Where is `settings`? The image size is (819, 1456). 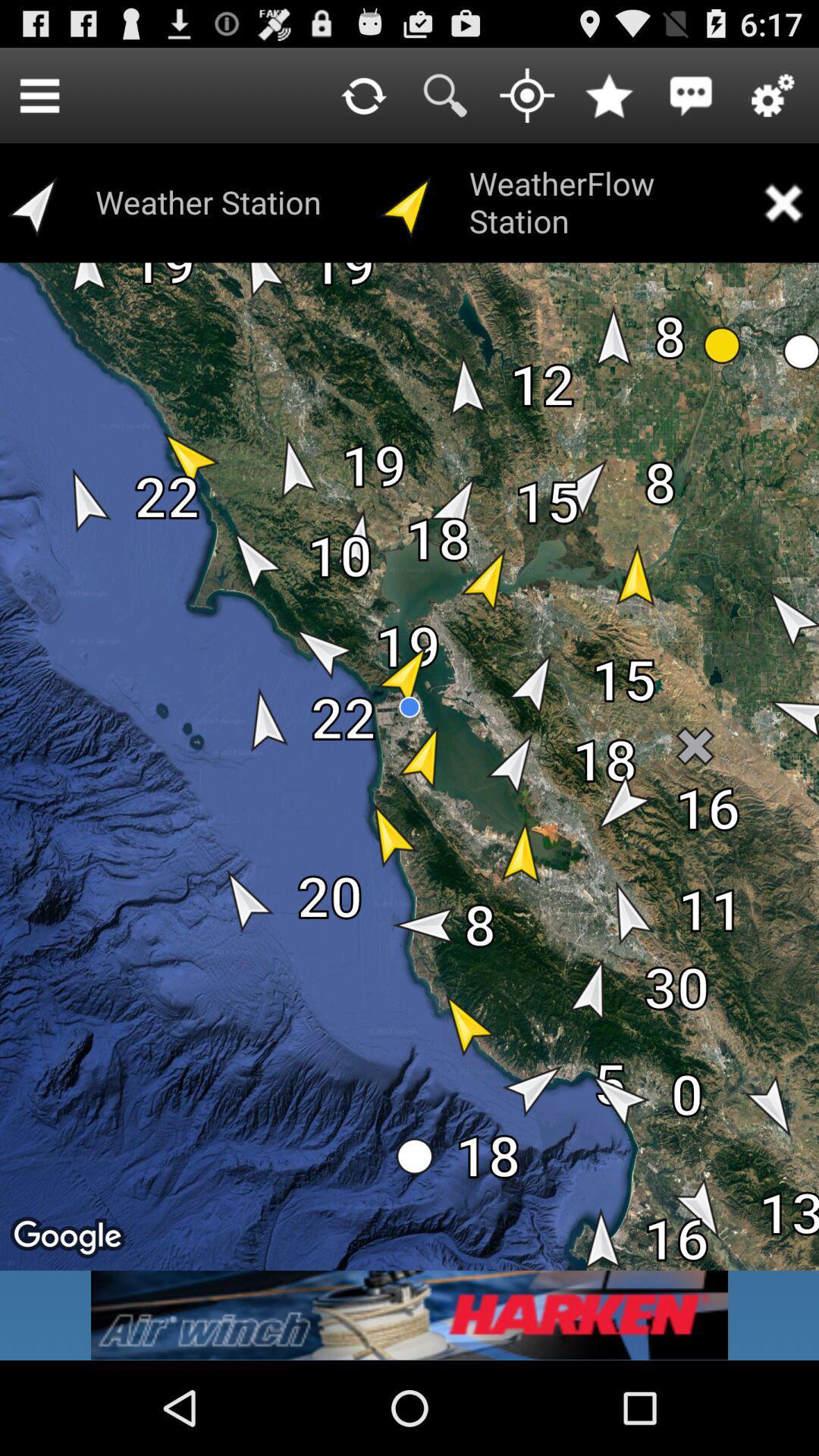
settings is located at coordinates (773, 94).